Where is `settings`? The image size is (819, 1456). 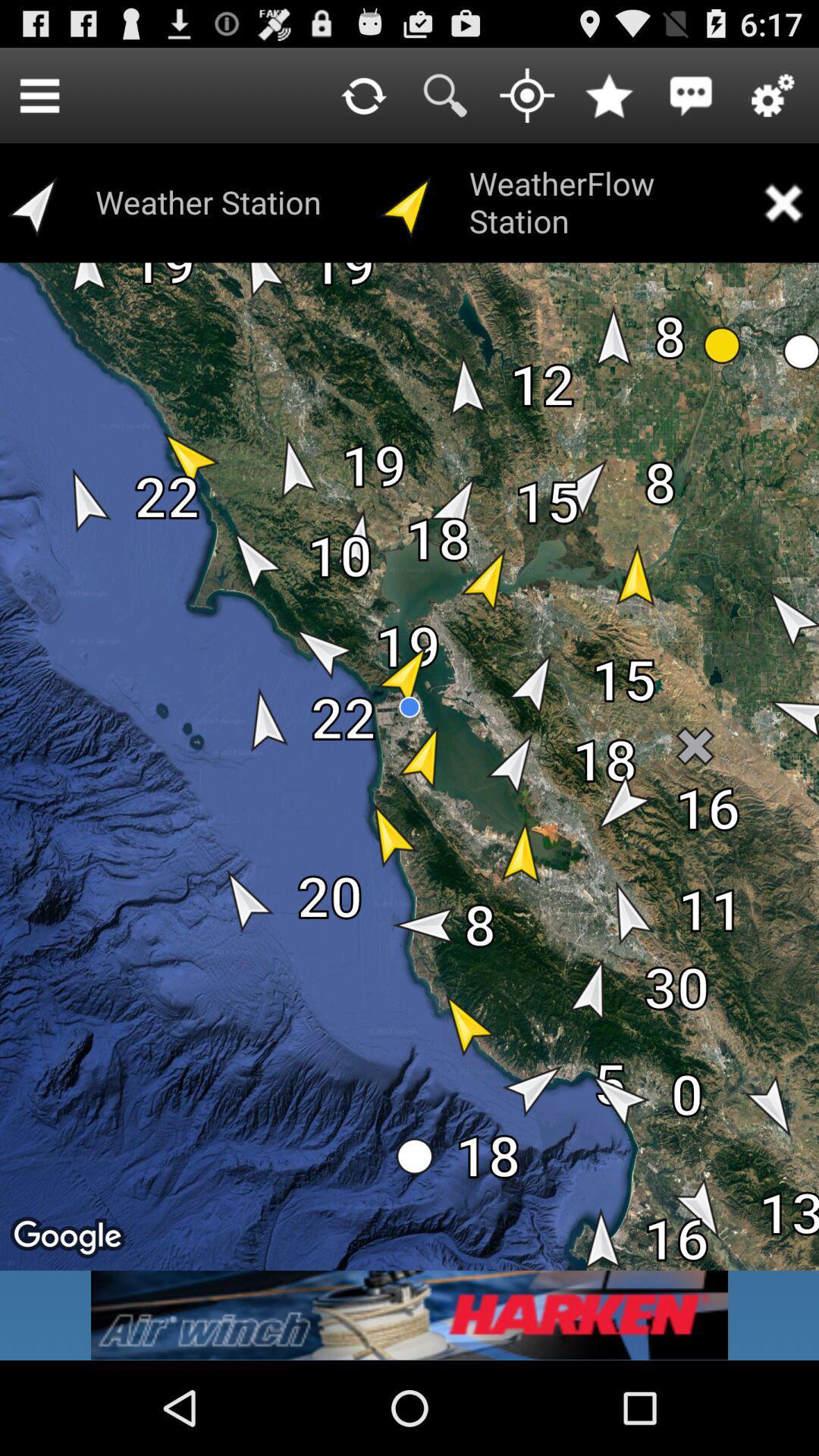
settings is located at coordinates (773, 94).